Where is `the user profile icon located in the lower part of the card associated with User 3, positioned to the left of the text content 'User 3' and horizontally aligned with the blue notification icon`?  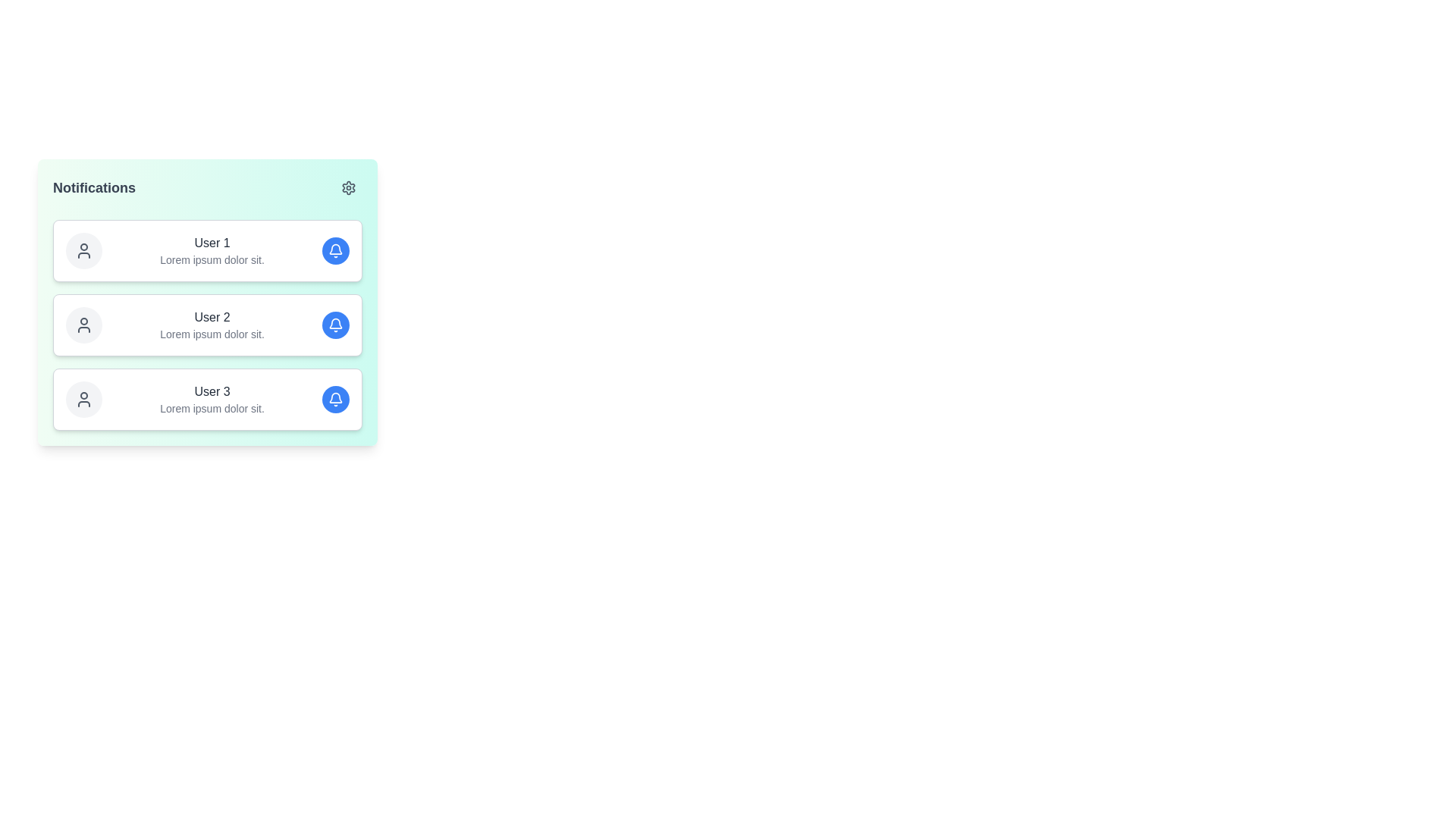 the user profile icon located in the lower part of the card associated with User 3, positioned to the left of the text content 'User 3' and horizontally aligned with the blue notification icon is located at coordinates (83, 399).